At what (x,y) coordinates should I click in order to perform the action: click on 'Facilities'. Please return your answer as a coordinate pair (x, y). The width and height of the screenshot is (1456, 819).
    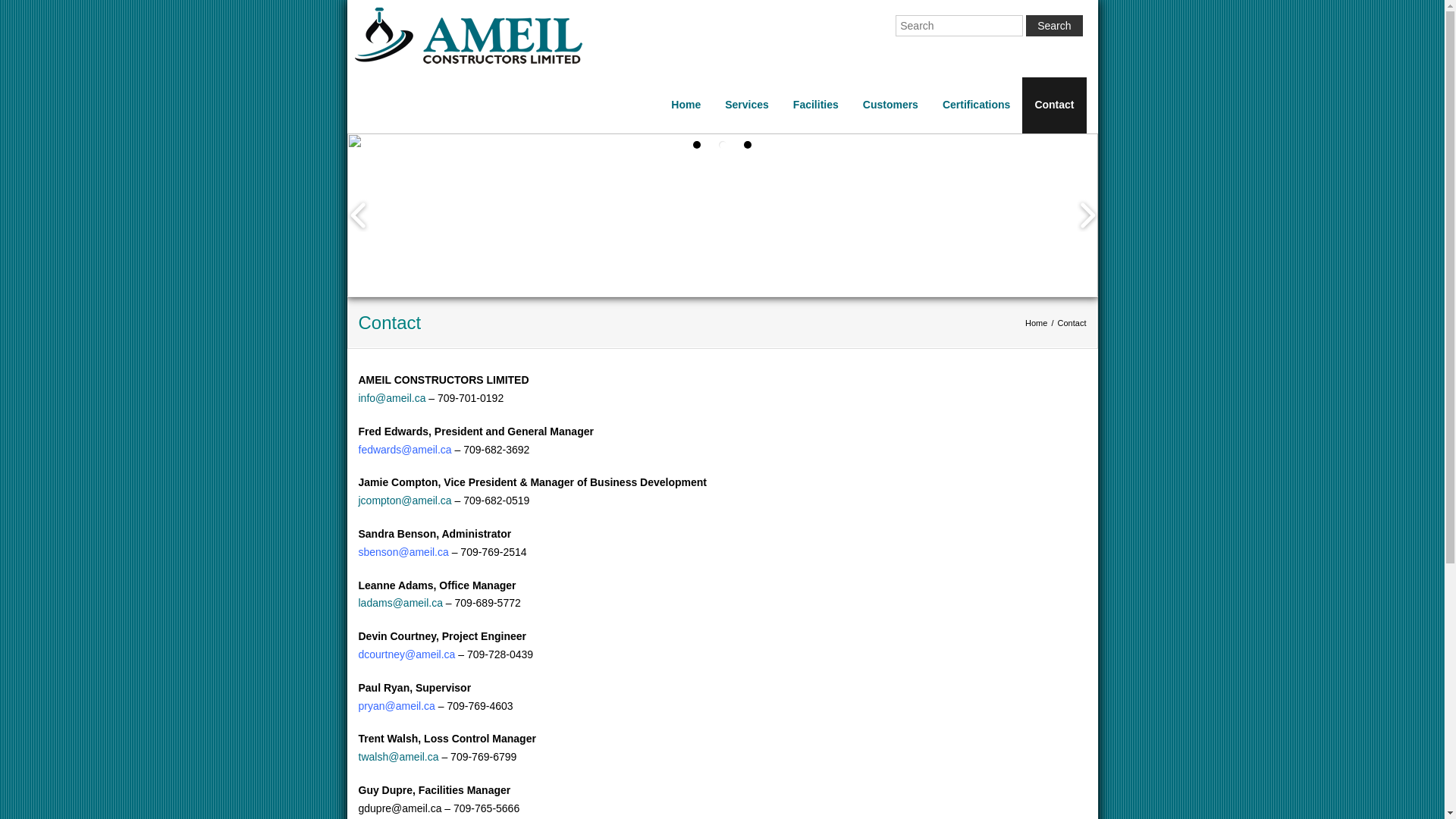
    Looking at the image, I should click on (814, 104).